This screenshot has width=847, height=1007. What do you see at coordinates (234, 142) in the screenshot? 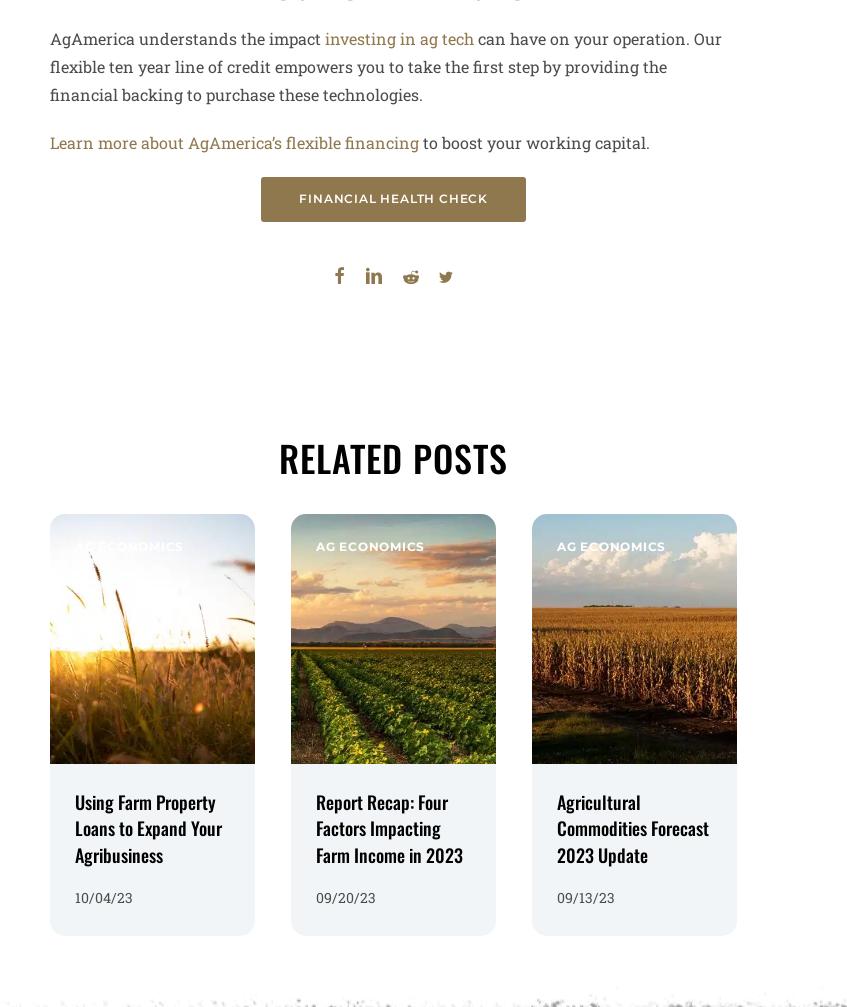
I see `'Learn more about AgAmerica’s flexible financing'` at bounding box center [234, 142].